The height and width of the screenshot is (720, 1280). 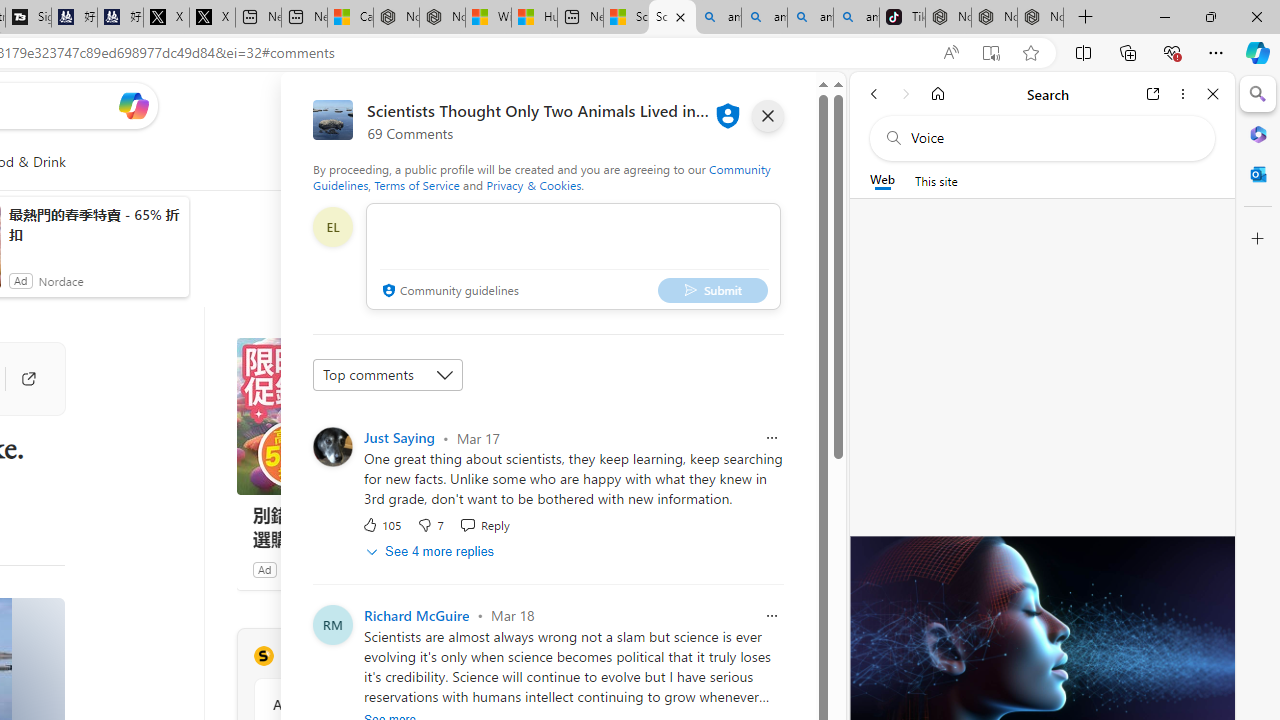 I want to click on 'Close', so click(x=1212, y=93).